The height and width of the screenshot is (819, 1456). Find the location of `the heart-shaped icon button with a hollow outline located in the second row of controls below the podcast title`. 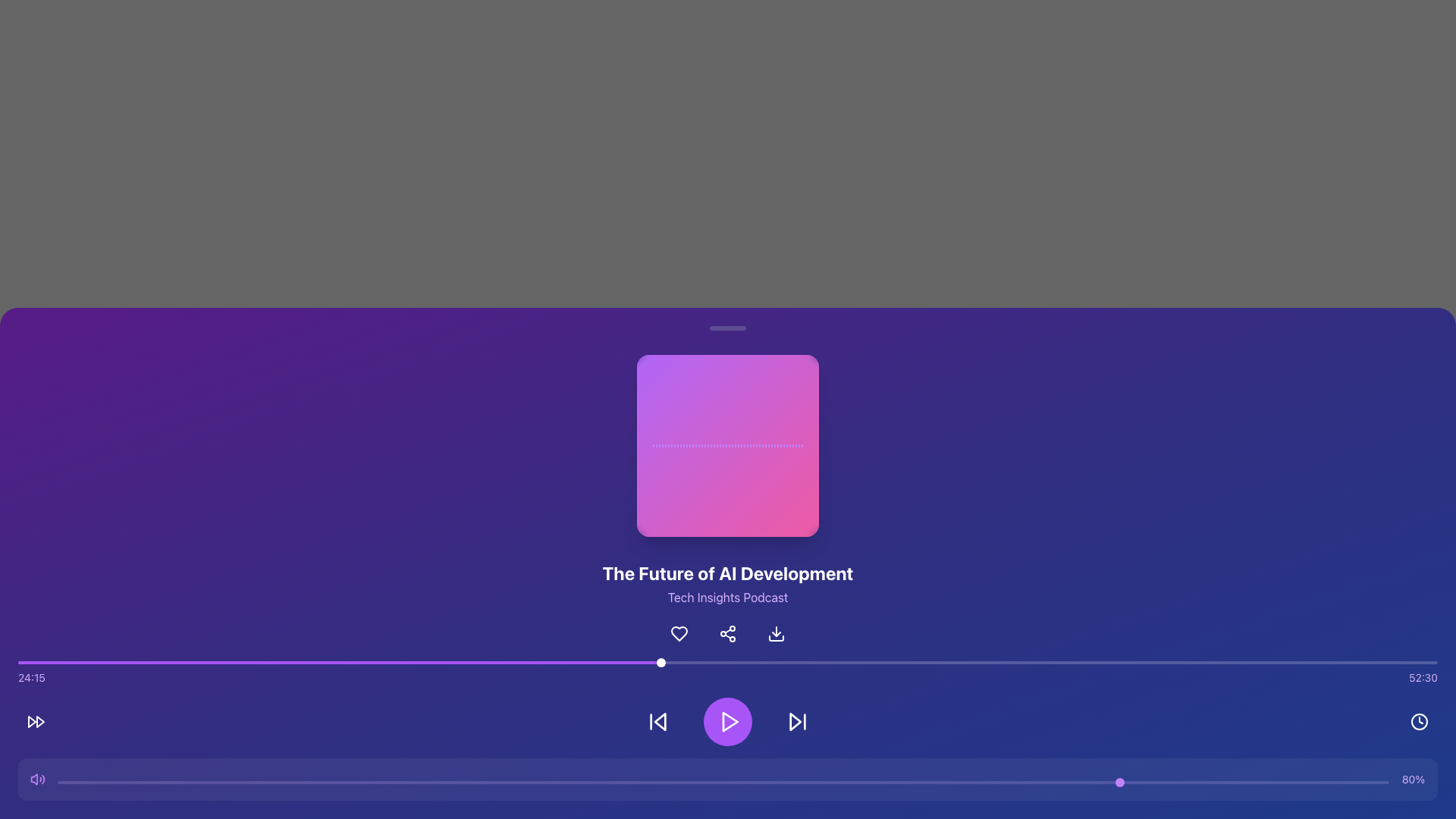

the heart-shaped icon button with a hollow outline located in the second row of controls below the podcast title is located at coordinates (679, 634).